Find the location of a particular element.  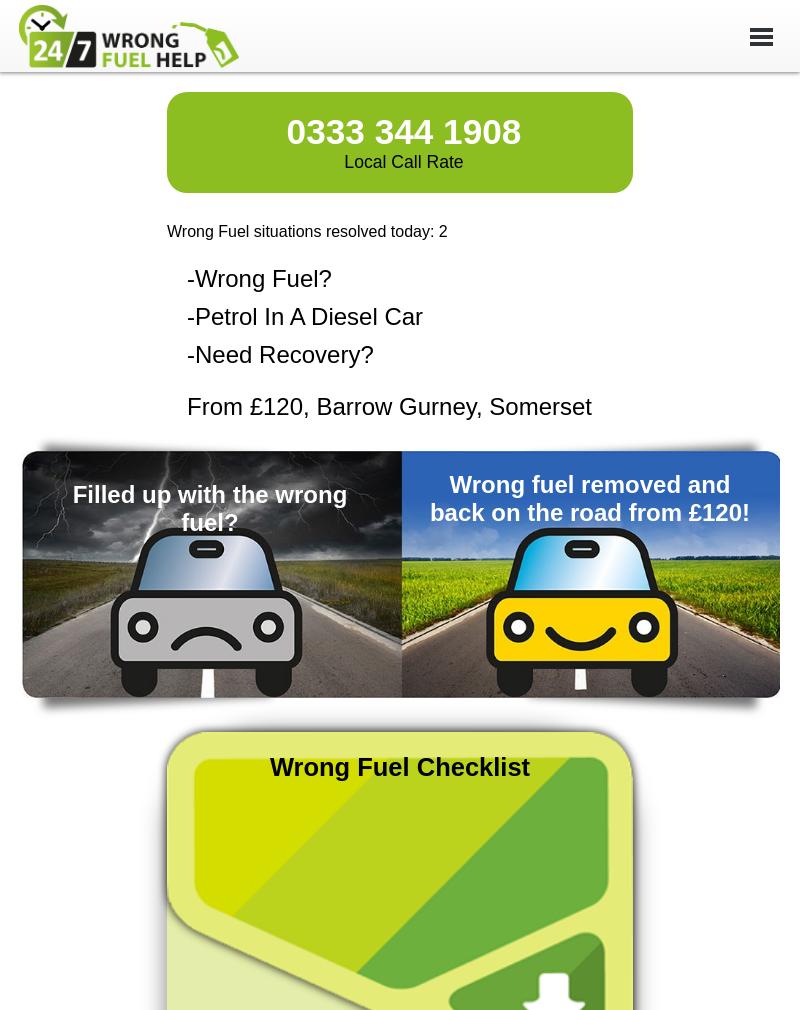

'Wrong fuel removed and back on the road from £120!' is located at coordinates (429, 497).